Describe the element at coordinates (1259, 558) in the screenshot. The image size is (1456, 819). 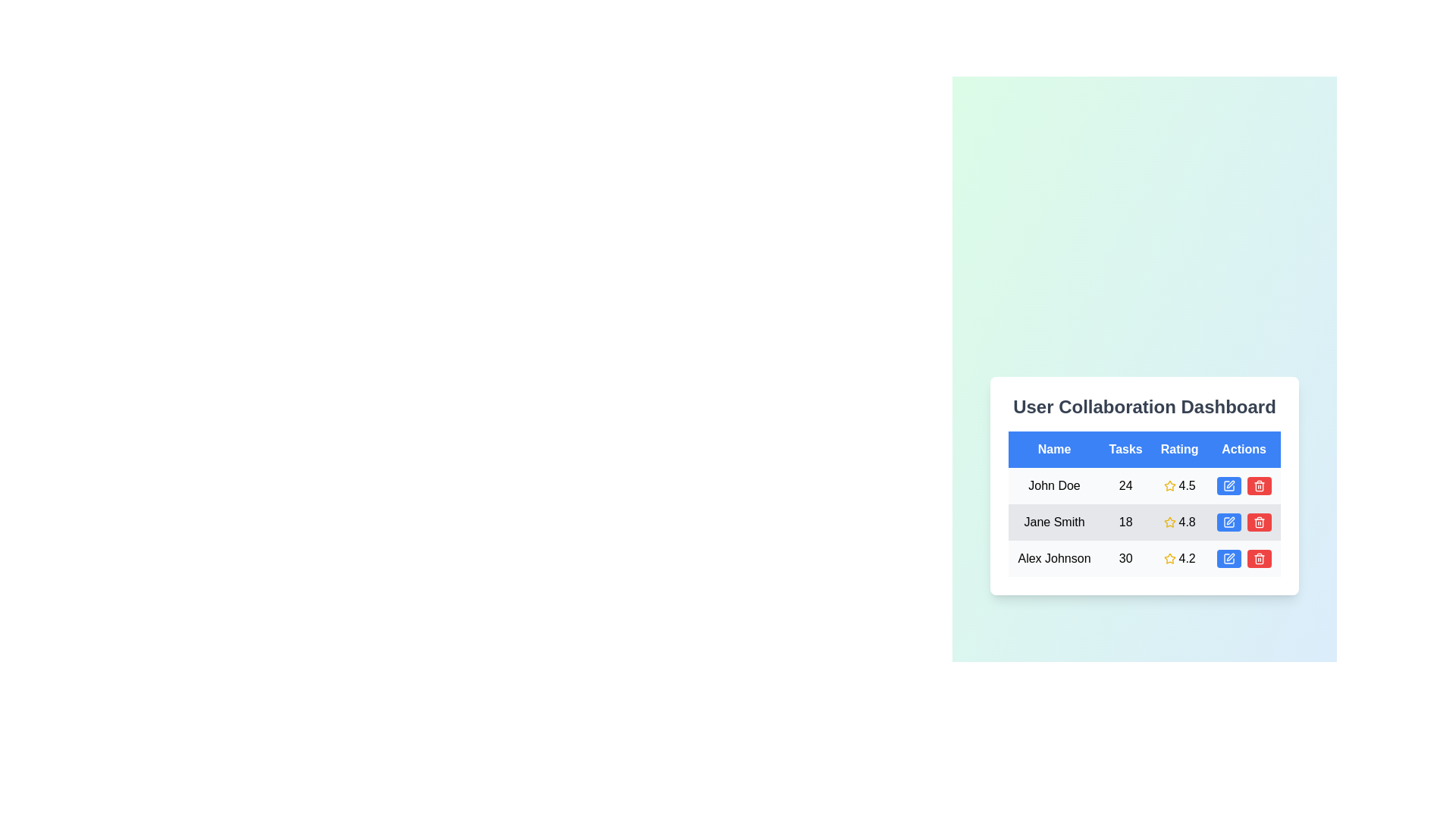
I see `the red-colored button with a trash can icon in the 'Actions' column of the last row of the User Collaboration Dashboard` at that location.